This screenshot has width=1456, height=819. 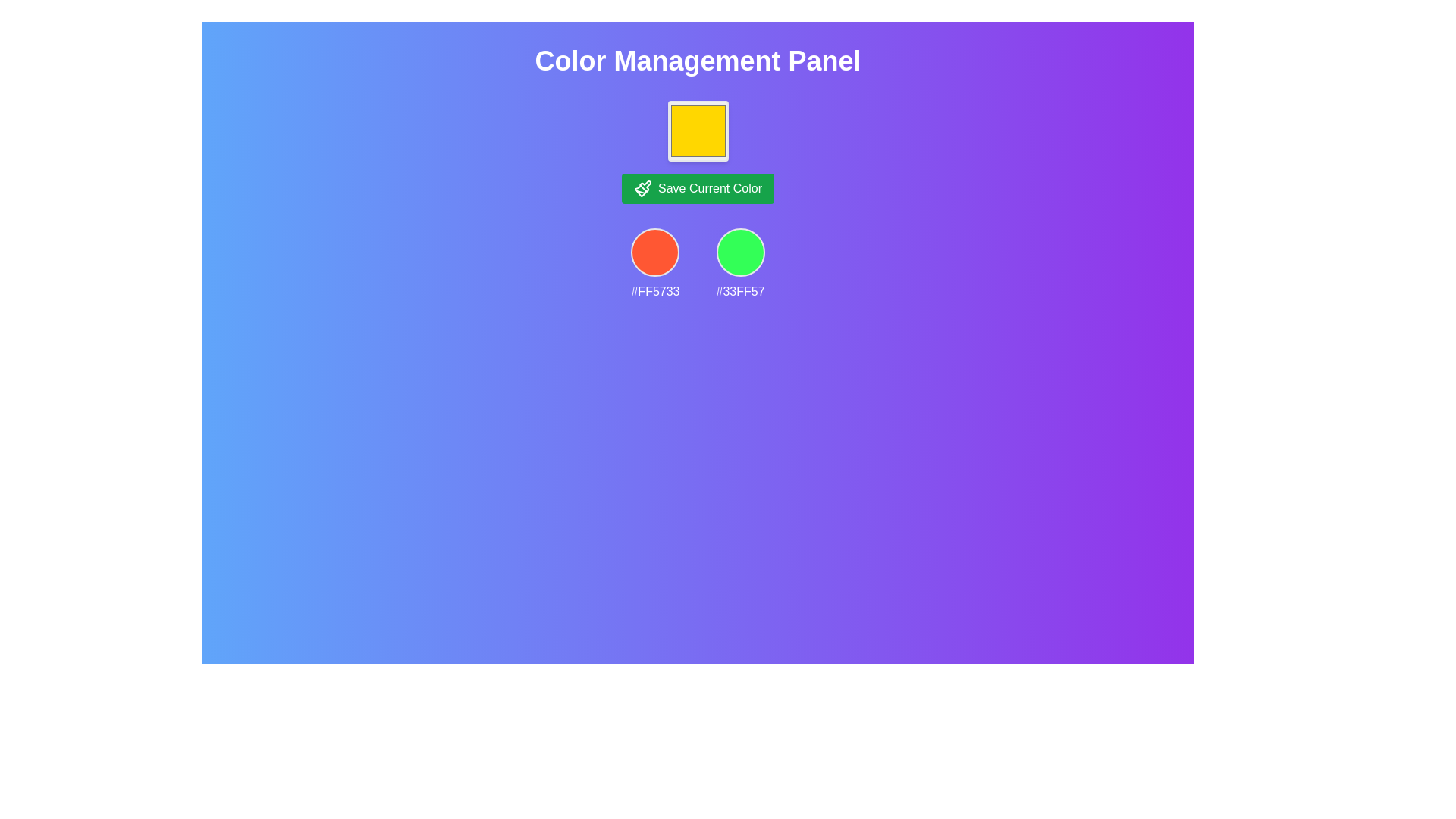 I want to click on the Color Preview Circle representing the color #33FF57, which is the second circular element in the color management interface, so click(x=740, y=251).